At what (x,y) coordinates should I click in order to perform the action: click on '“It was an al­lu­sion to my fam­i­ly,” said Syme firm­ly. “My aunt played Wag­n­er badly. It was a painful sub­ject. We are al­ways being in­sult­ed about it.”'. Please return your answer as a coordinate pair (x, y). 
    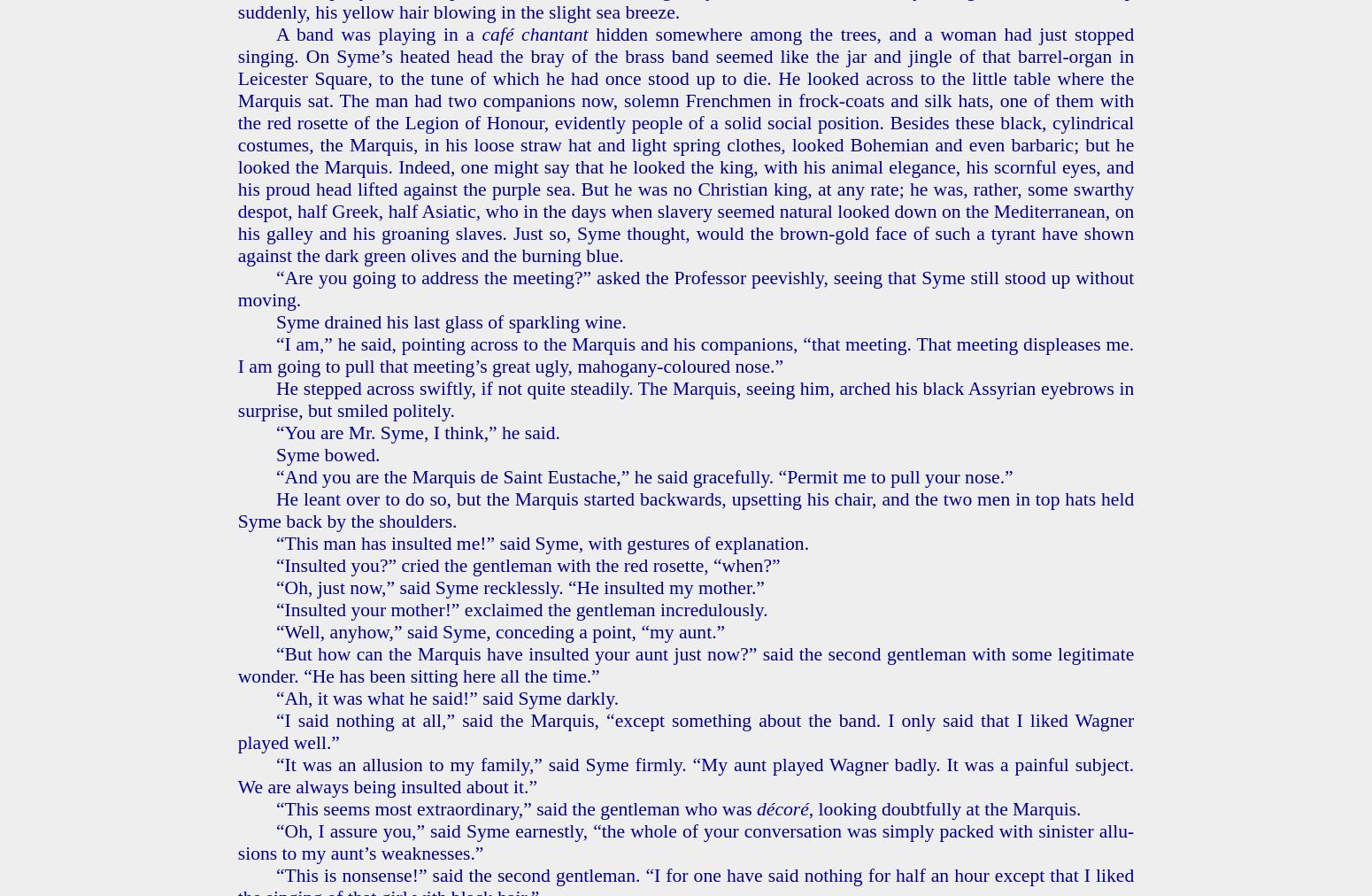
    Looking at the image, I should click on (685, 774).